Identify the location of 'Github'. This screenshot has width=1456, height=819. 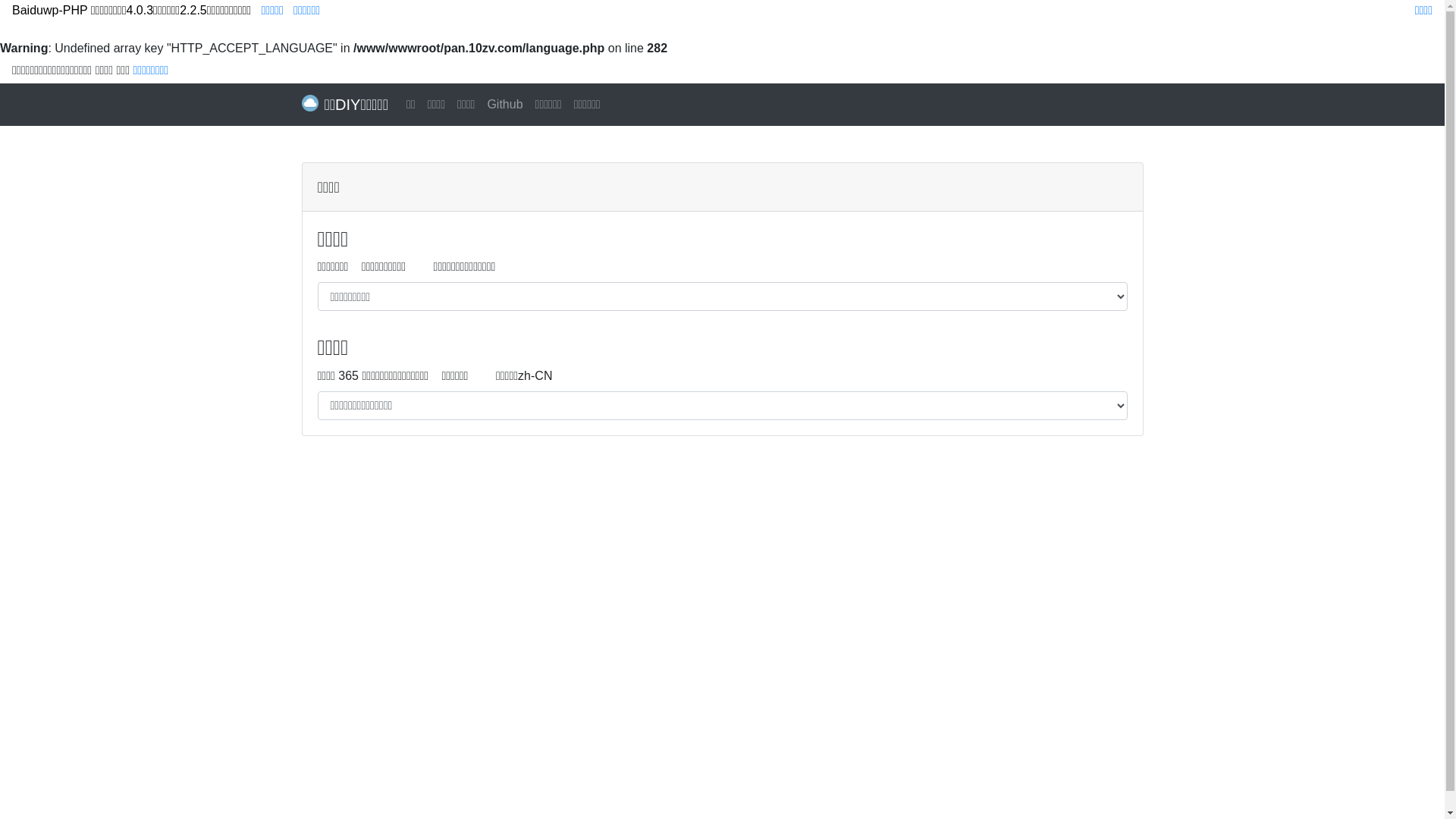
(504, 104).